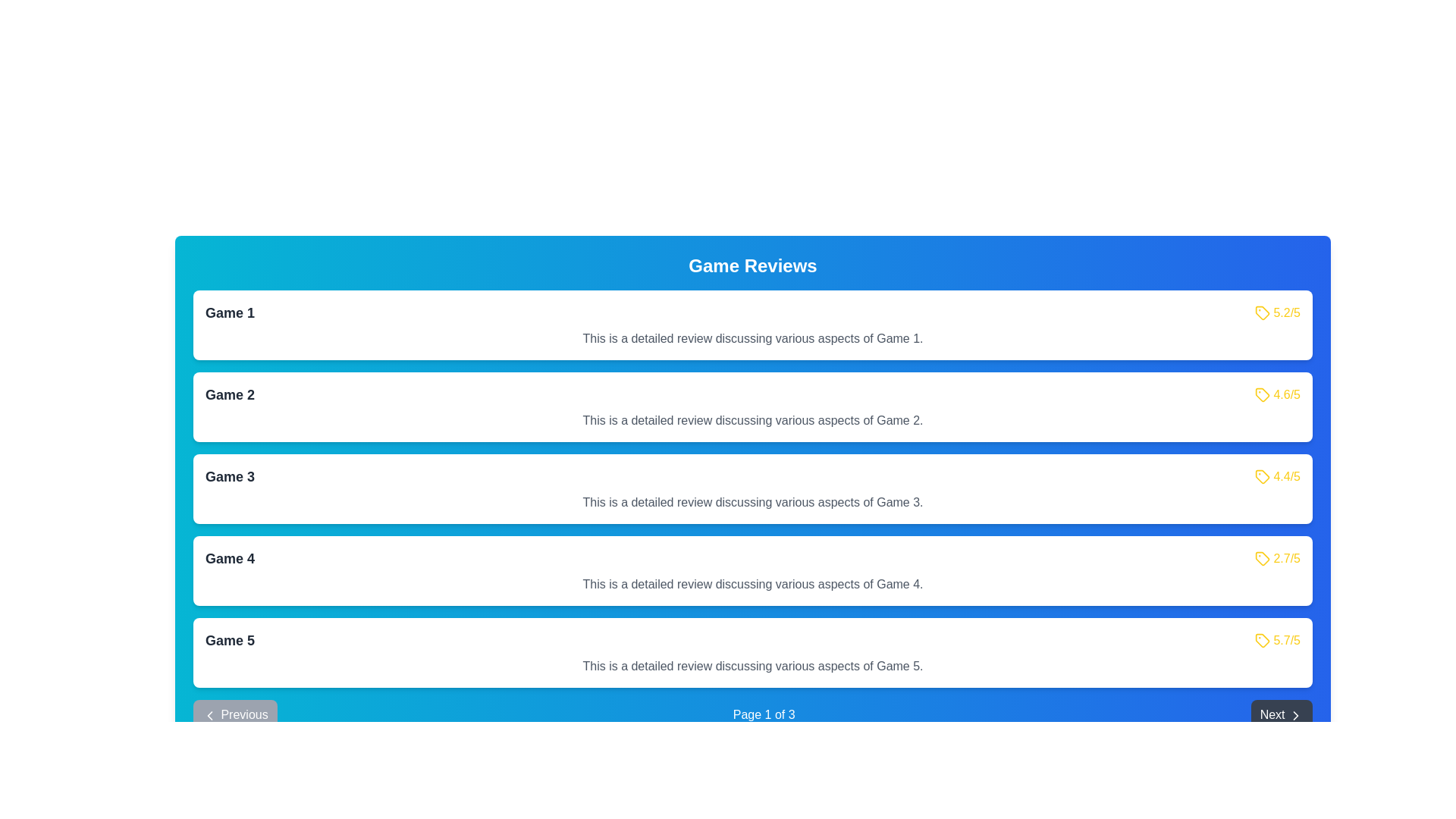 The height and width of the screenshot is (819, 1456). What do you see at coordinates (753, 265) in the screenshot?
I see `the heading with bold, white text that reads 'Game Reviews', which is styled with a large font size and positioned at the top of the section within a gradient blue background` at bounding box center [753, 265].